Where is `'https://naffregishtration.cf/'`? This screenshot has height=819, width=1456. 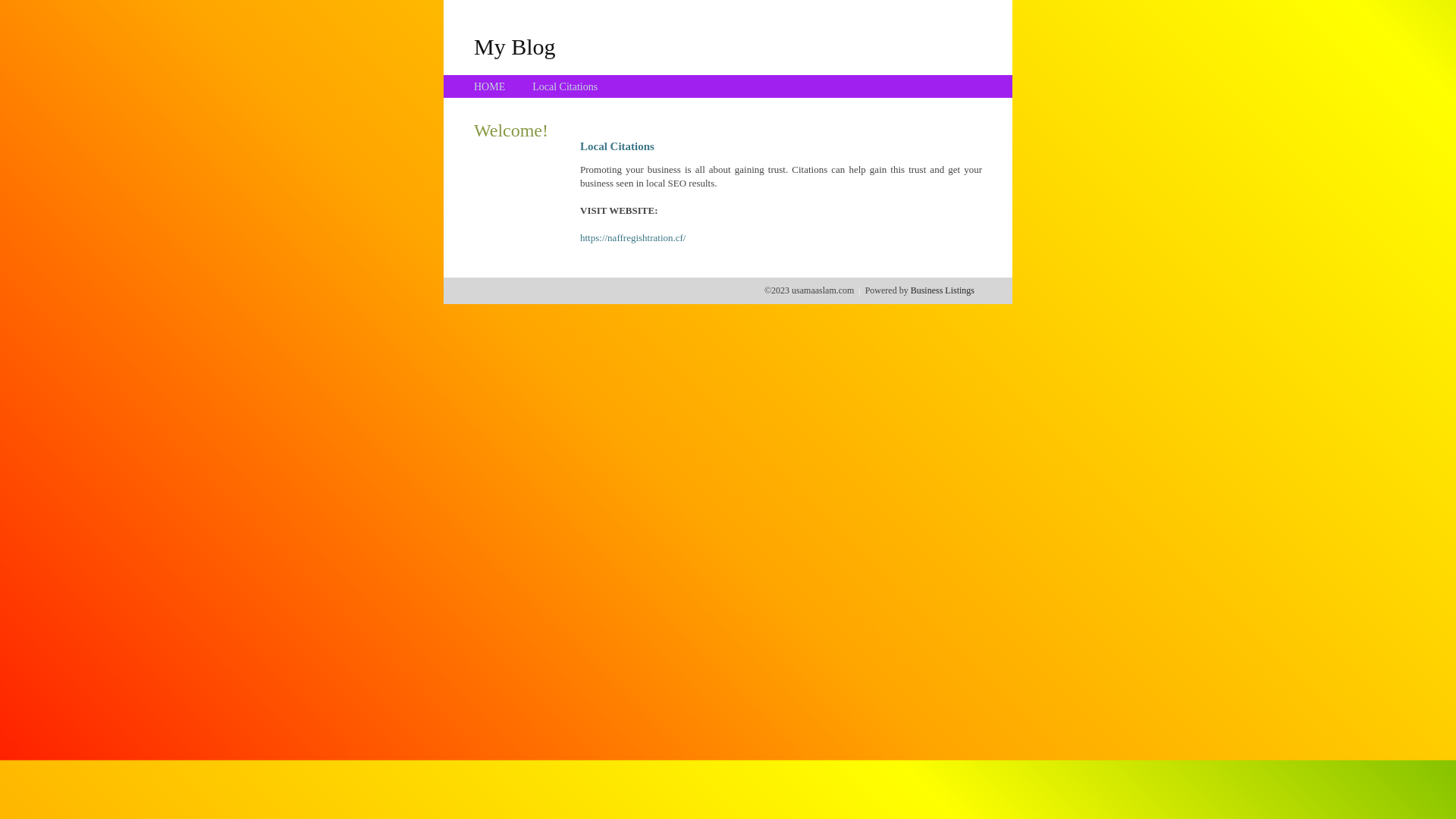
'https://naffregishtration.cf/' is located at coordinates (632, 237).